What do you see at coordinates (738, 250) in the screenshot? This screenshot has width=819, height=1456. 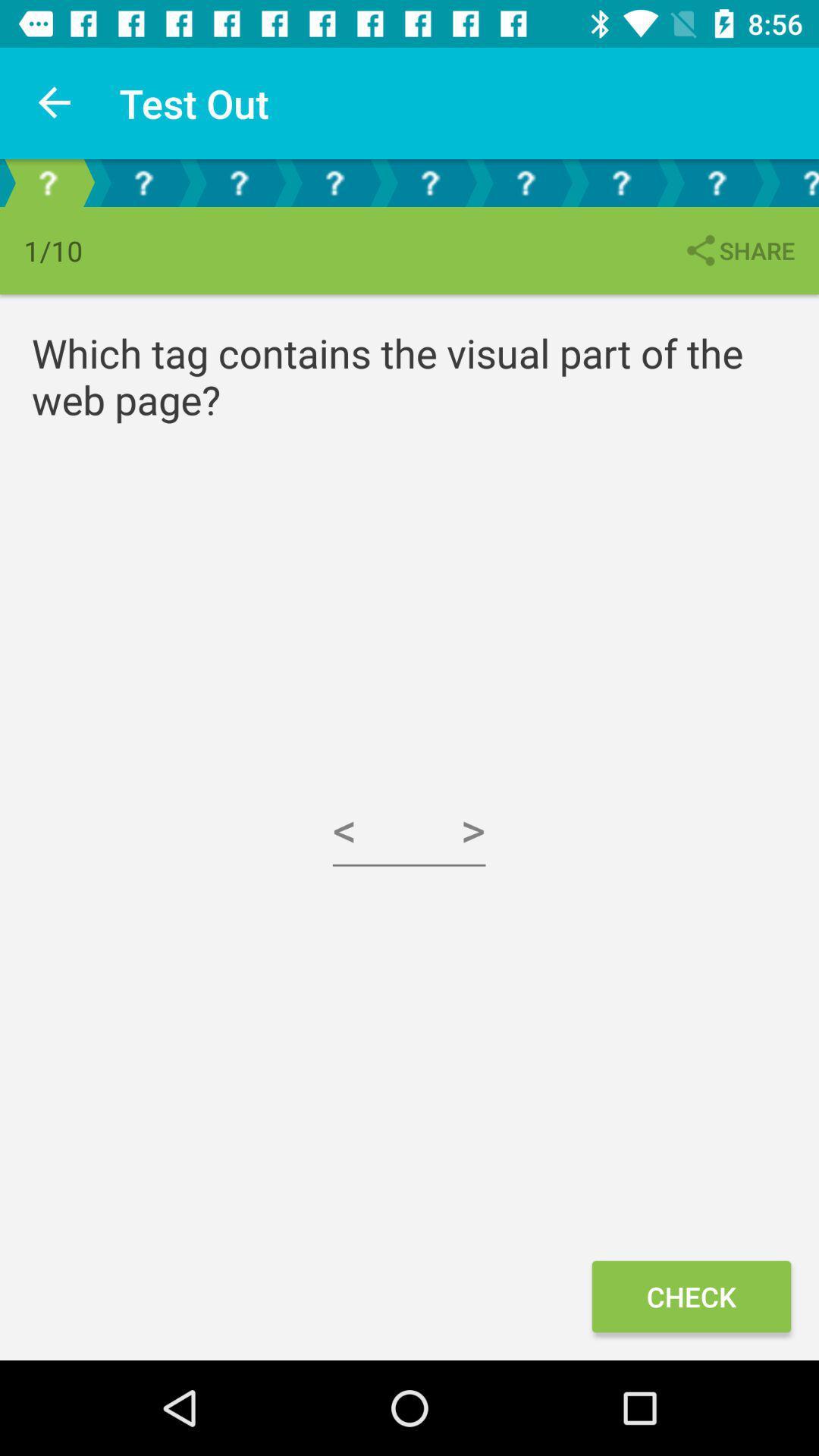 I see `share icon` at bounding box center [738, 250].